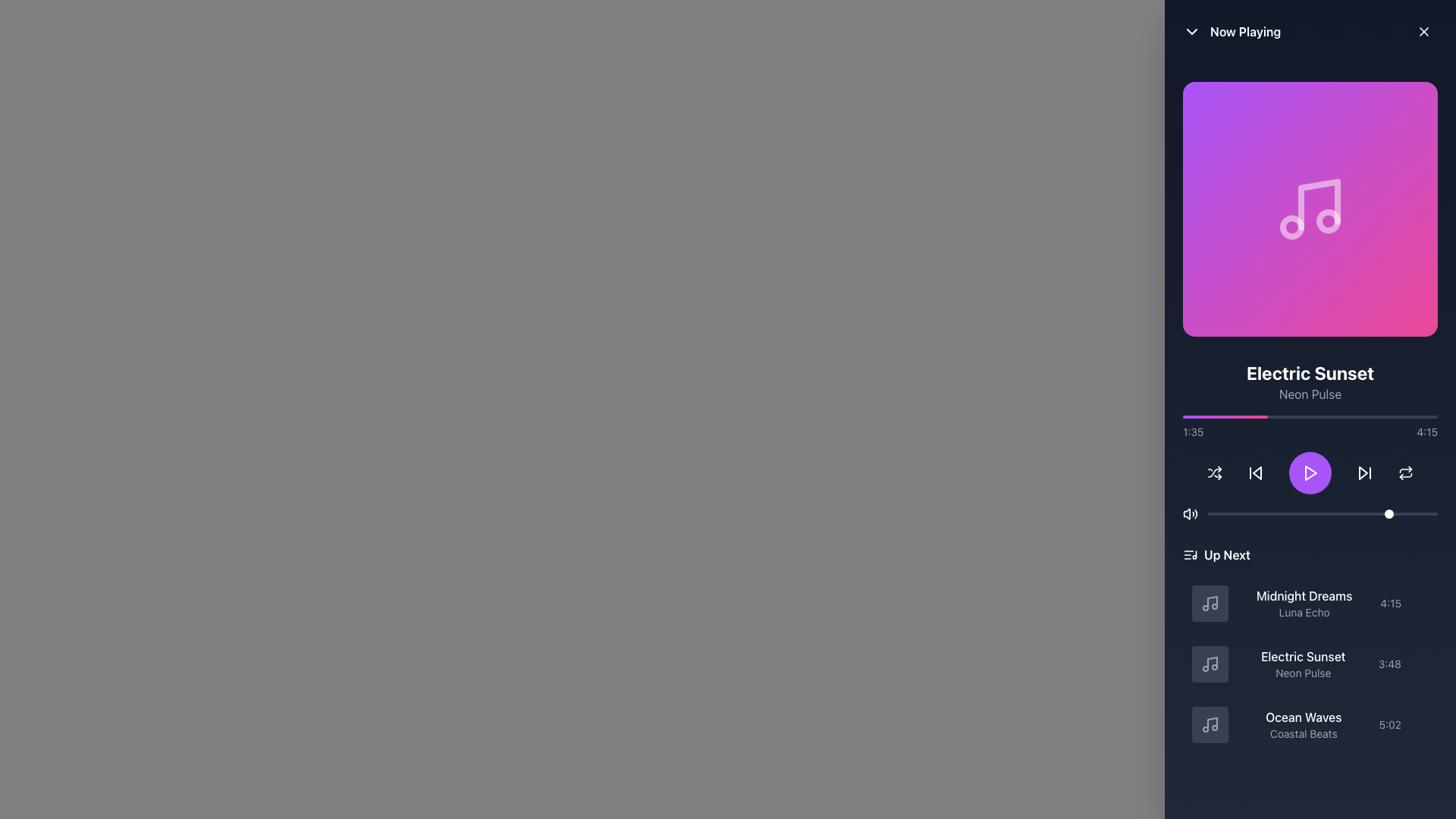 This screenshot has height=819, width=1456. I want to click on the favorite button for the track 'Ocean Waves - Coastal Beats' located in the 'Up Next' playlist section, at the far right of the entry adjacent, so click(1420, 724).